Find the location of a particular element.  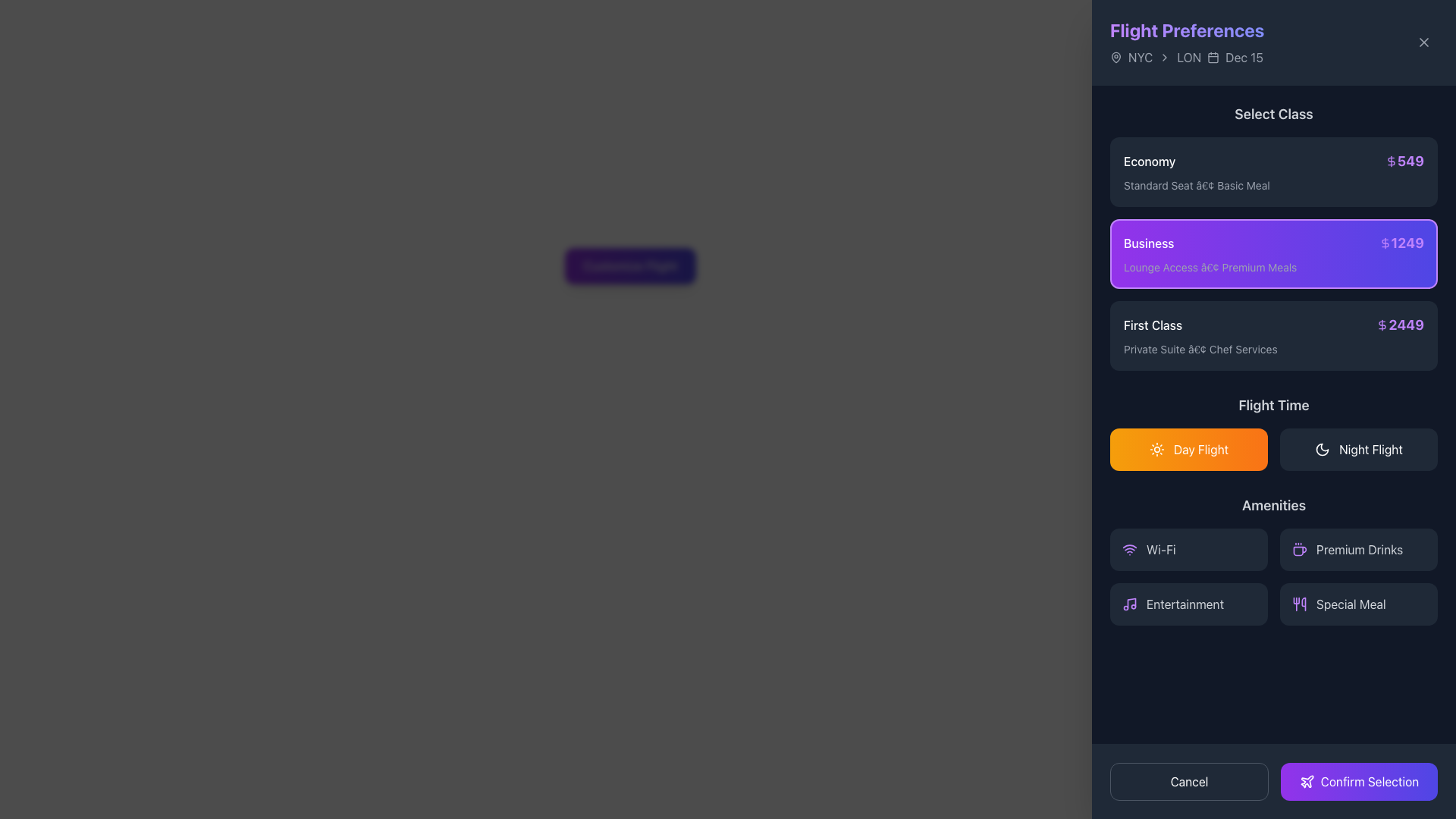

the 'Night Flight' button in the 'Flight Time' section is located at coordinates (1358, 449).